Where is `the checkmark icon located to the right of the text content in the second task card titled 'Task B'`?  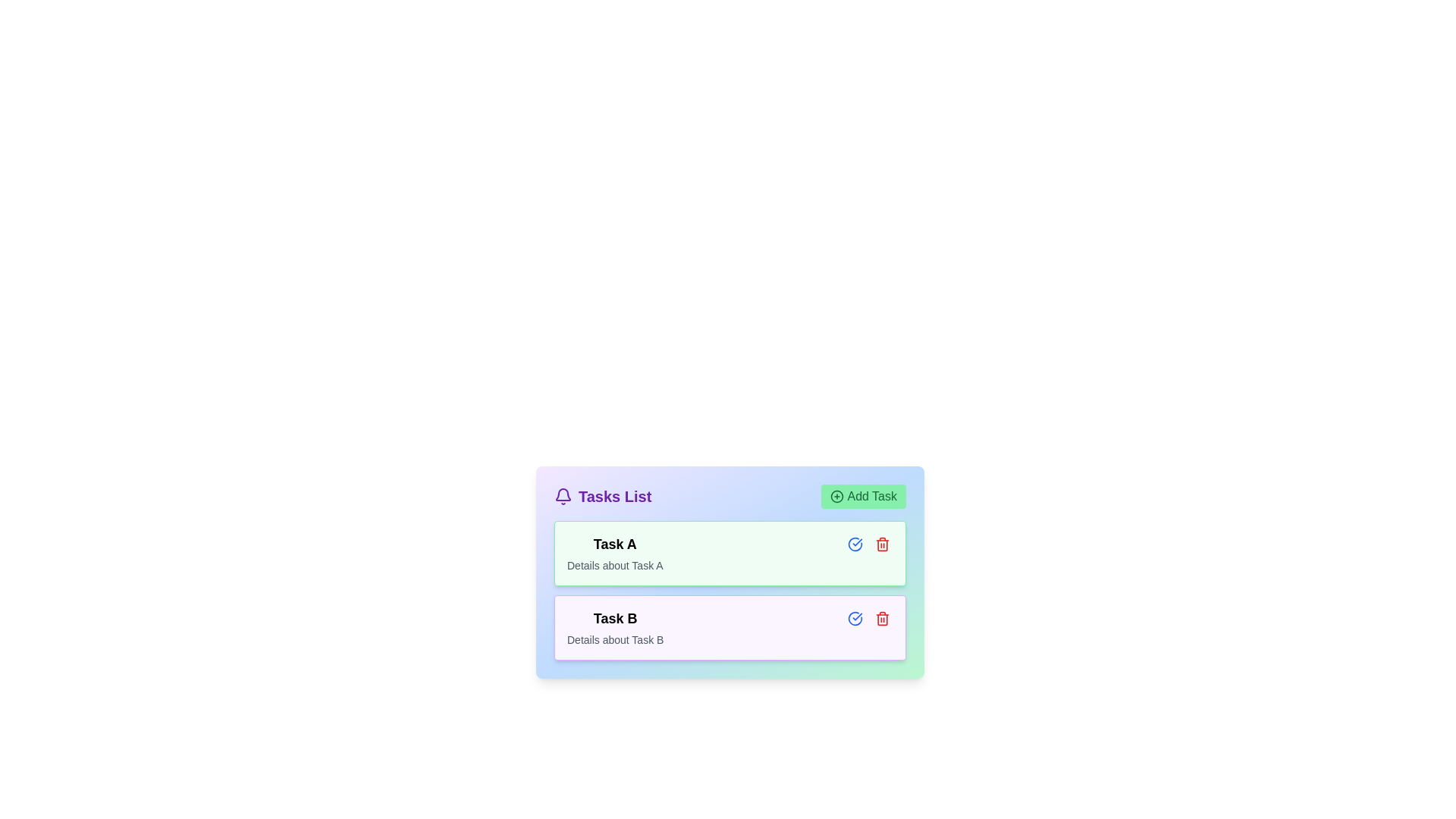
the checkmark icon located to the right of the text content in the second task card titled 'Task B' is located at coordinates (855, 619).